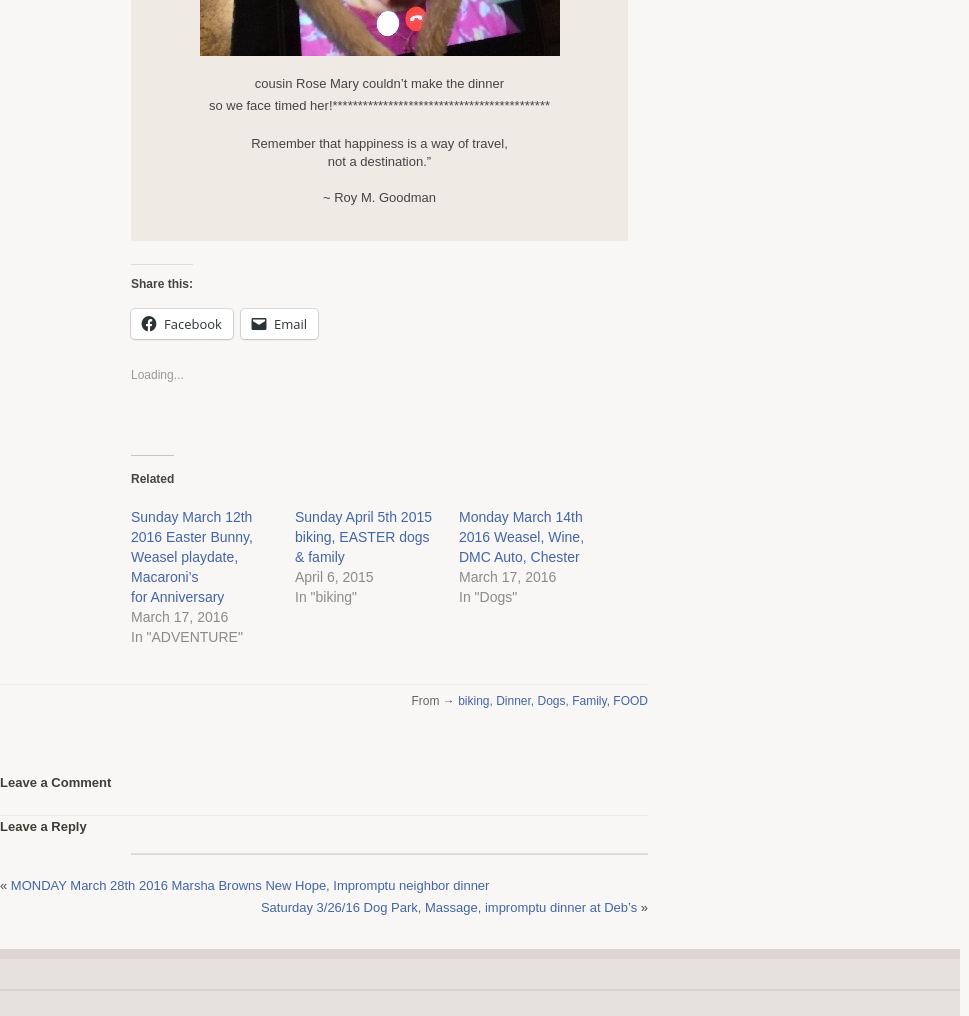  I want to click on 'biking', so click(458, 700).